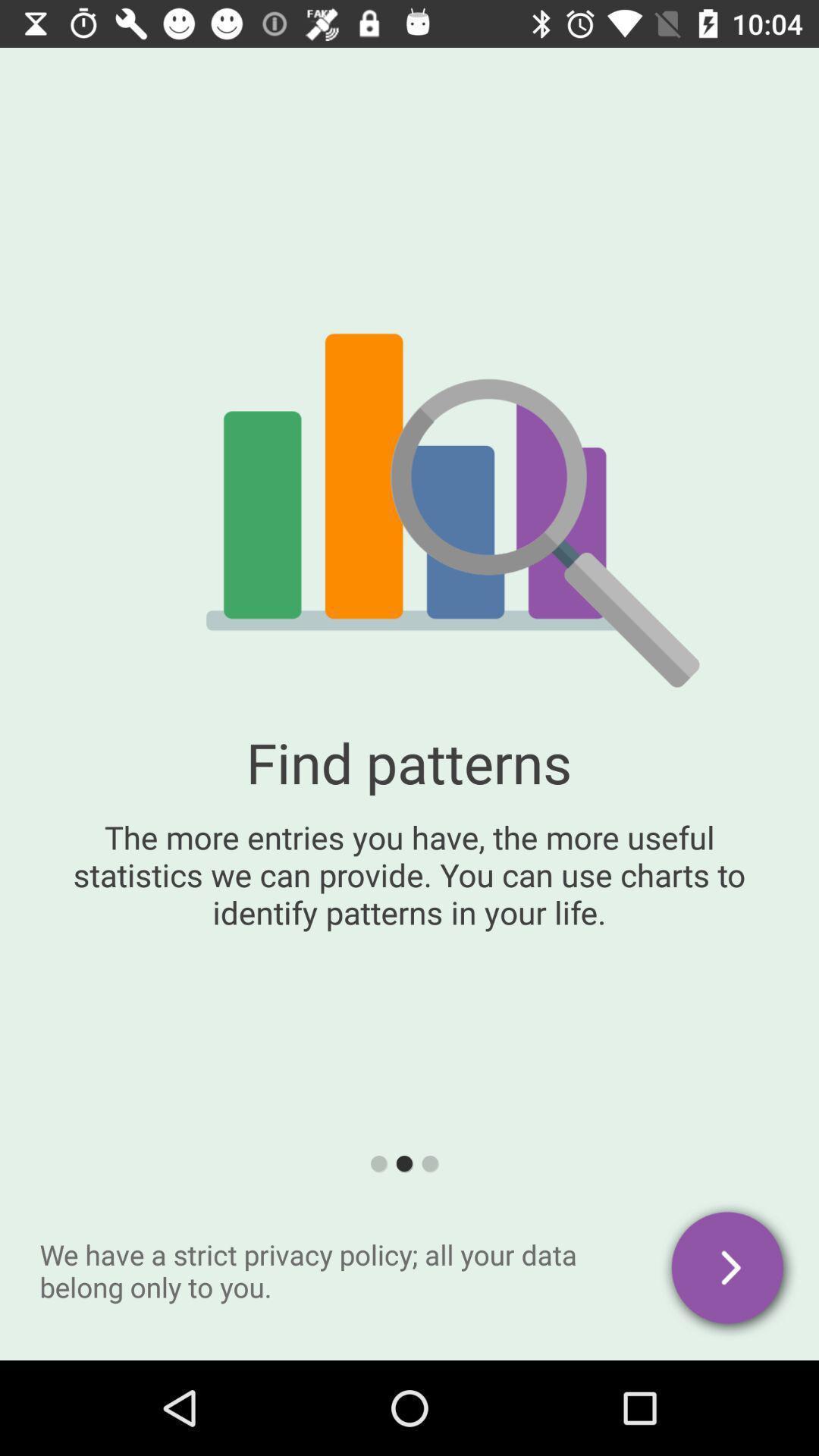 Image resolution: width=819 pixels, height=1456 pixels. What do you see at coordinates (728, 1270) in the screenshot?
I see `go next` at bounding box center [728, 1270].